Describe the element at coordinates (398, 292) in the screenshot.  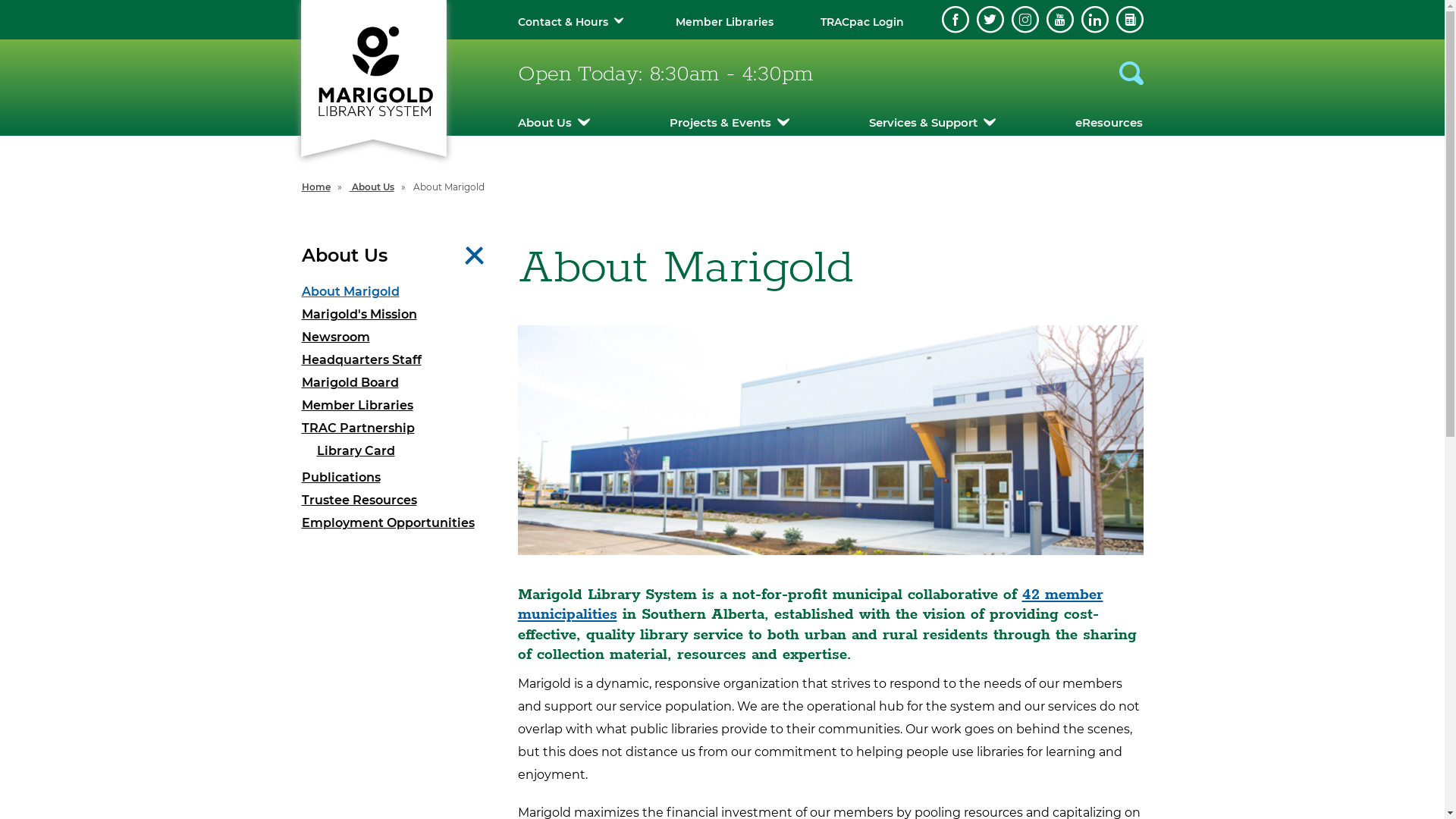
I see `'About Marigold'` at that location.